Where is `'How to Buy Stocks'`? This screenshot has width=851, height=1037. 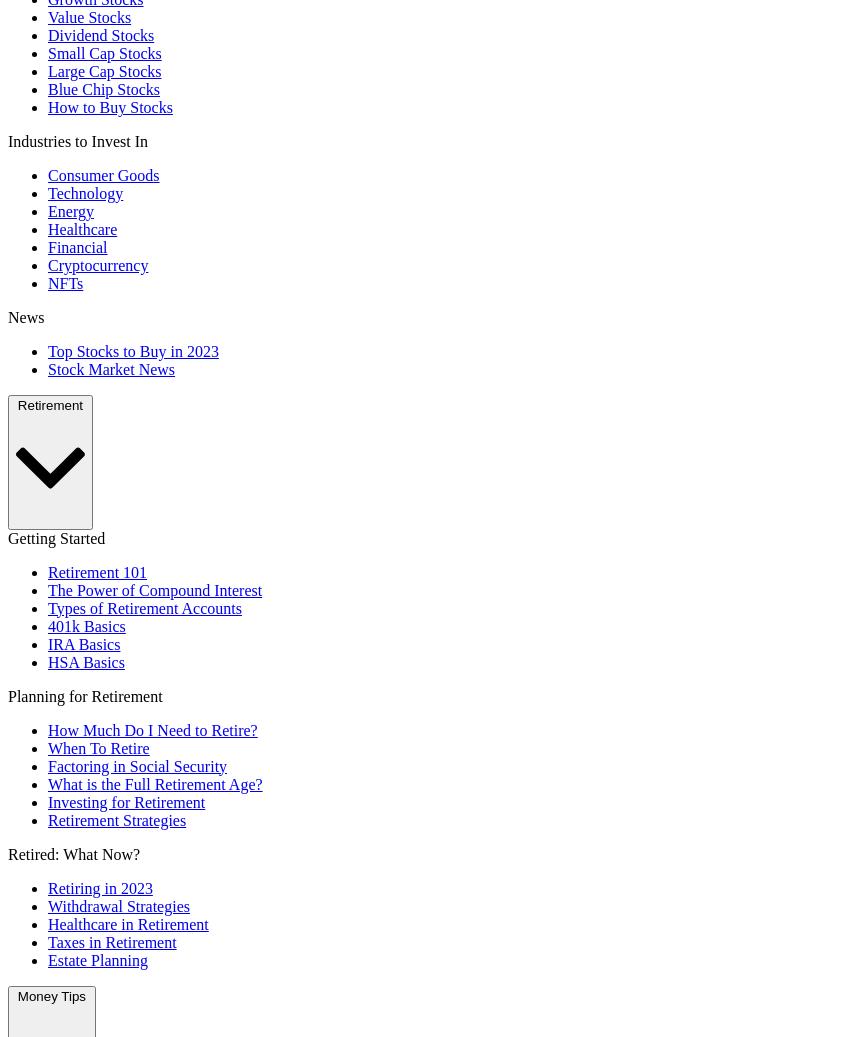 'How to Buy Stocks' is located at coordinates (109, 106).